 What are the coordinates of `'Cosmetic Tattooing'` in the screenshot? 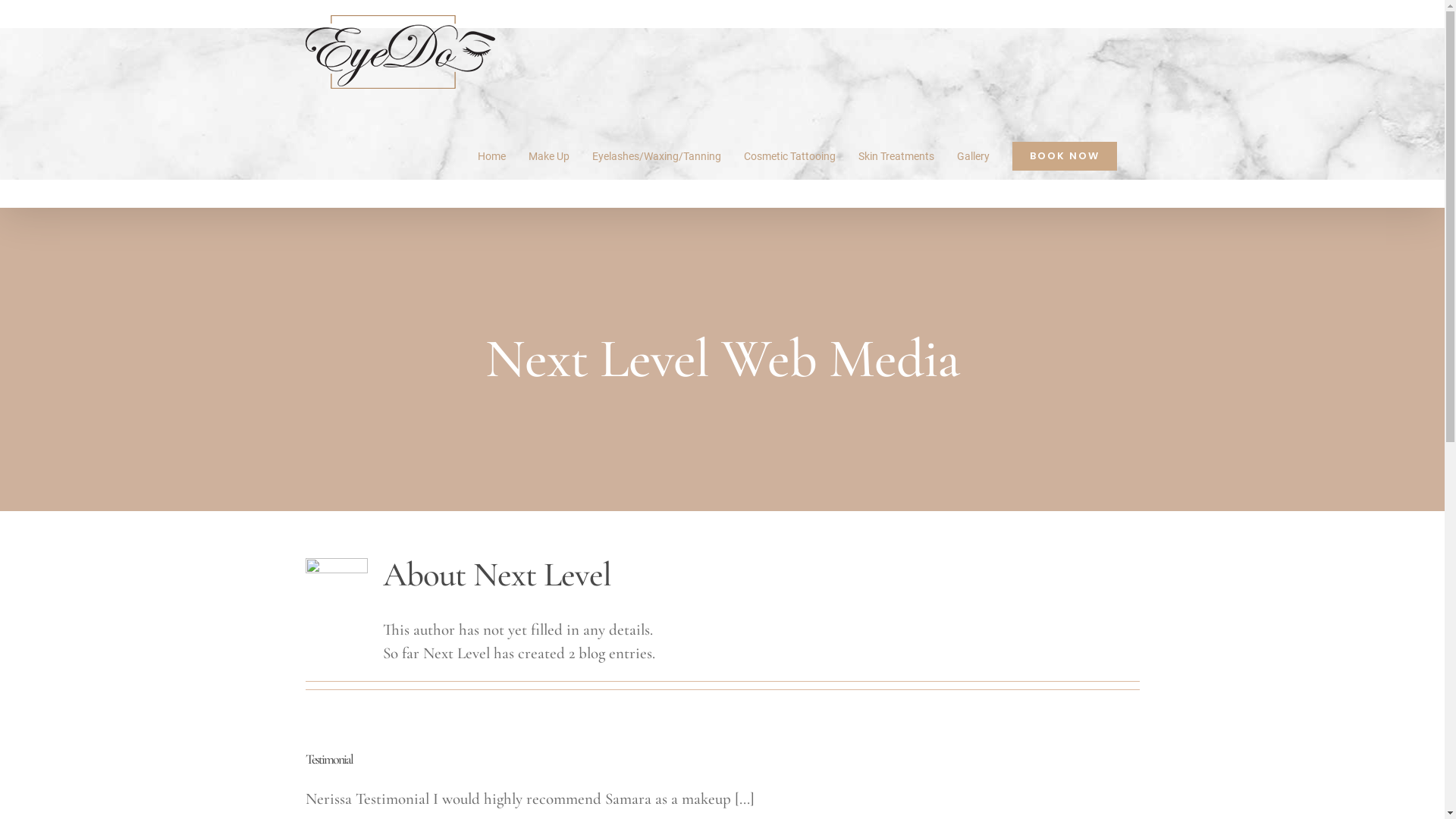 It's located at (789, 155).